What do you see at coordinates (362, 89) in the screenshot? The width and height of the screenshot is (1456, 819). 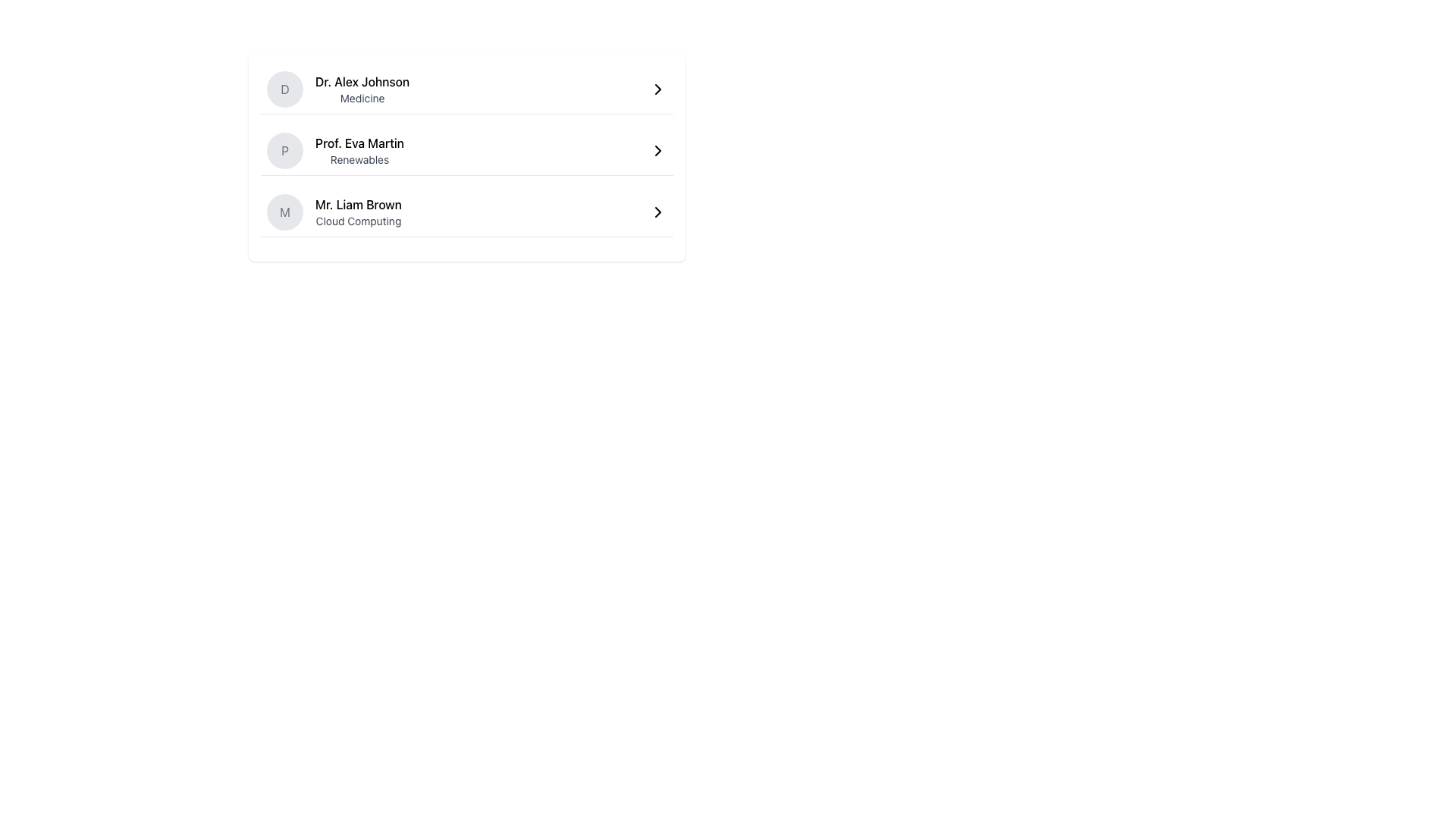 I see `information displayed in the Text Display showing 'Dr. Alex Johnson' and designation 'Medicine', which is the first item in the list layout` at bounding box center [362, 89].